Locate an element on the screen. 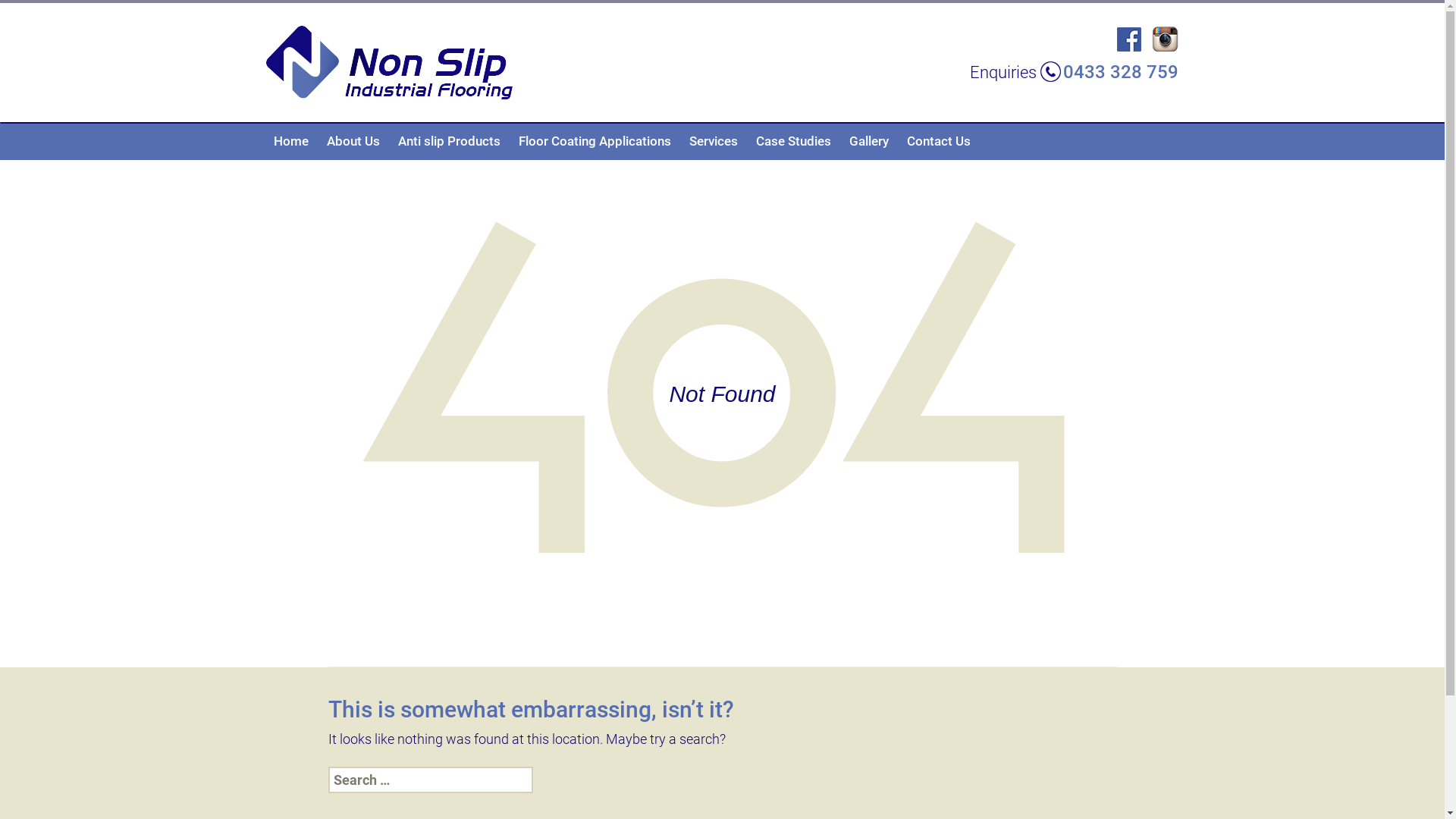  'Search for:' is located at coordinates (428, 780).